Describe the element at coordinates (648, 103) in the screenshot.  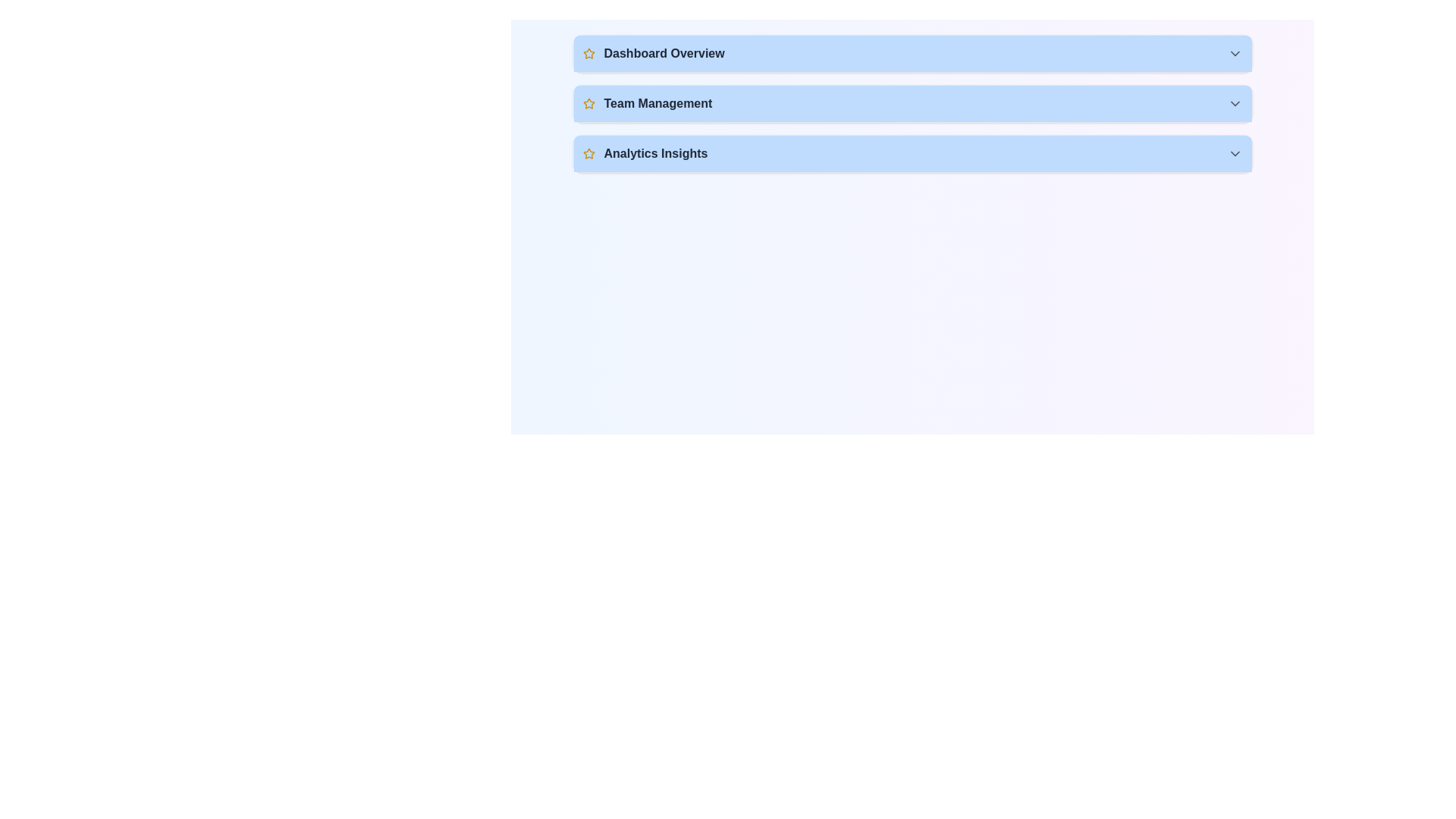
I see `the 'Team Management' menu item located in the second slot of a vertical list` at that location.